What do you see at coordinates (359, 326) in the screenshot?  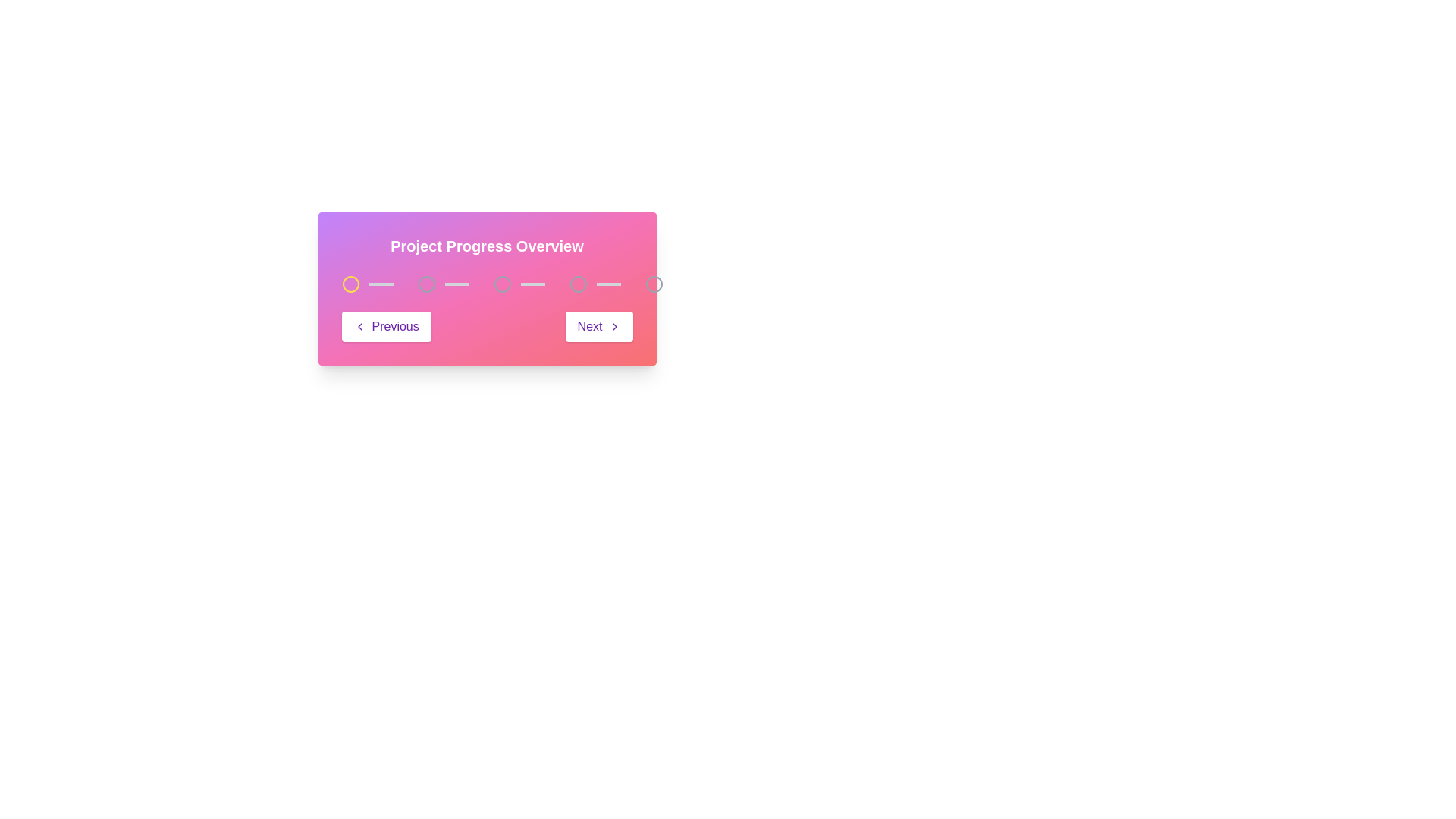 I see `the left chevron SVG icon that indicates backward navigation within the 'Previous' button at the bottom-left of the progress-tracking component` at bounding box center [359, 326].